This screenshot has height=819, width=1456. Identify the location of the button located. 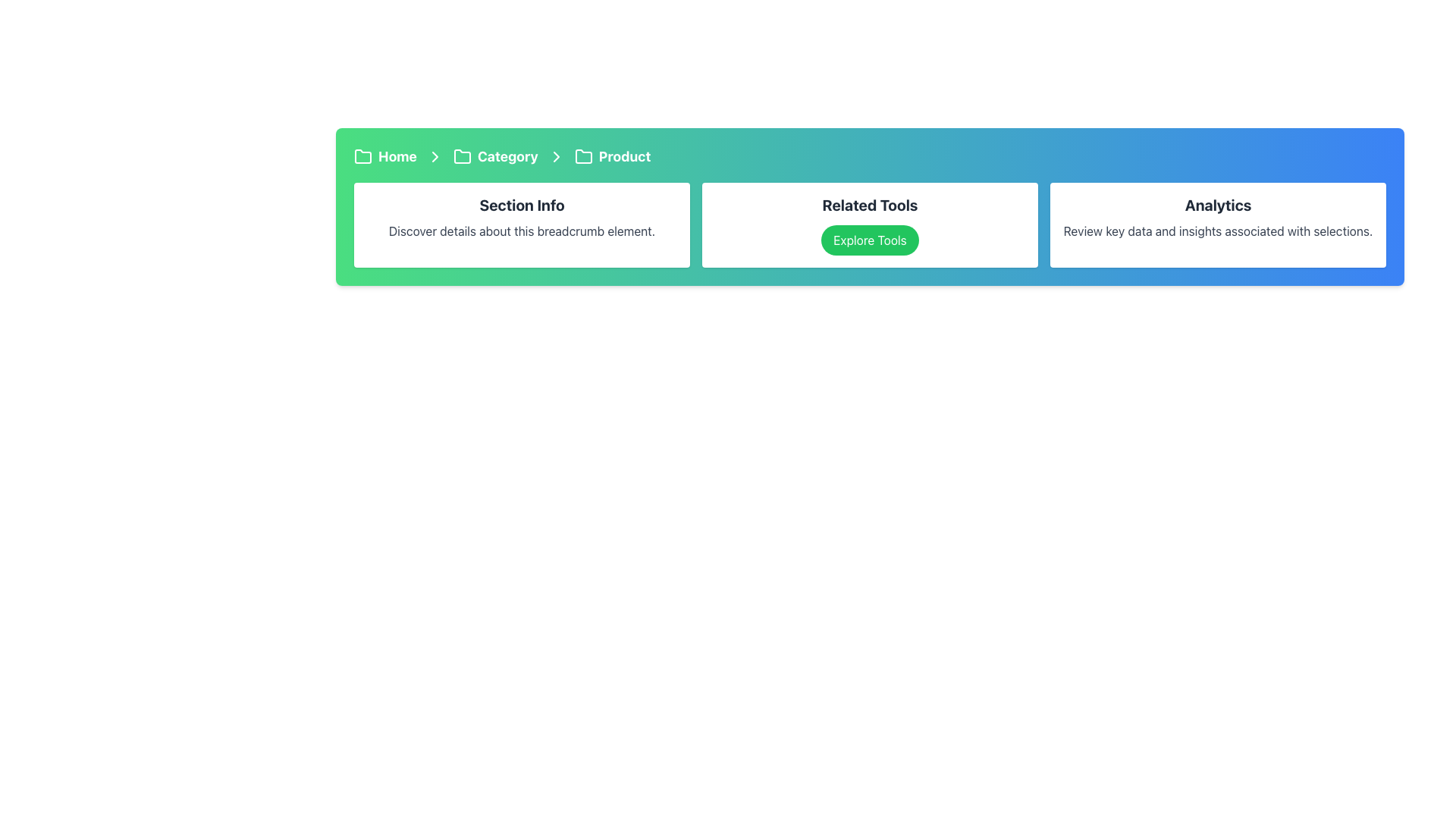
(870, 239).